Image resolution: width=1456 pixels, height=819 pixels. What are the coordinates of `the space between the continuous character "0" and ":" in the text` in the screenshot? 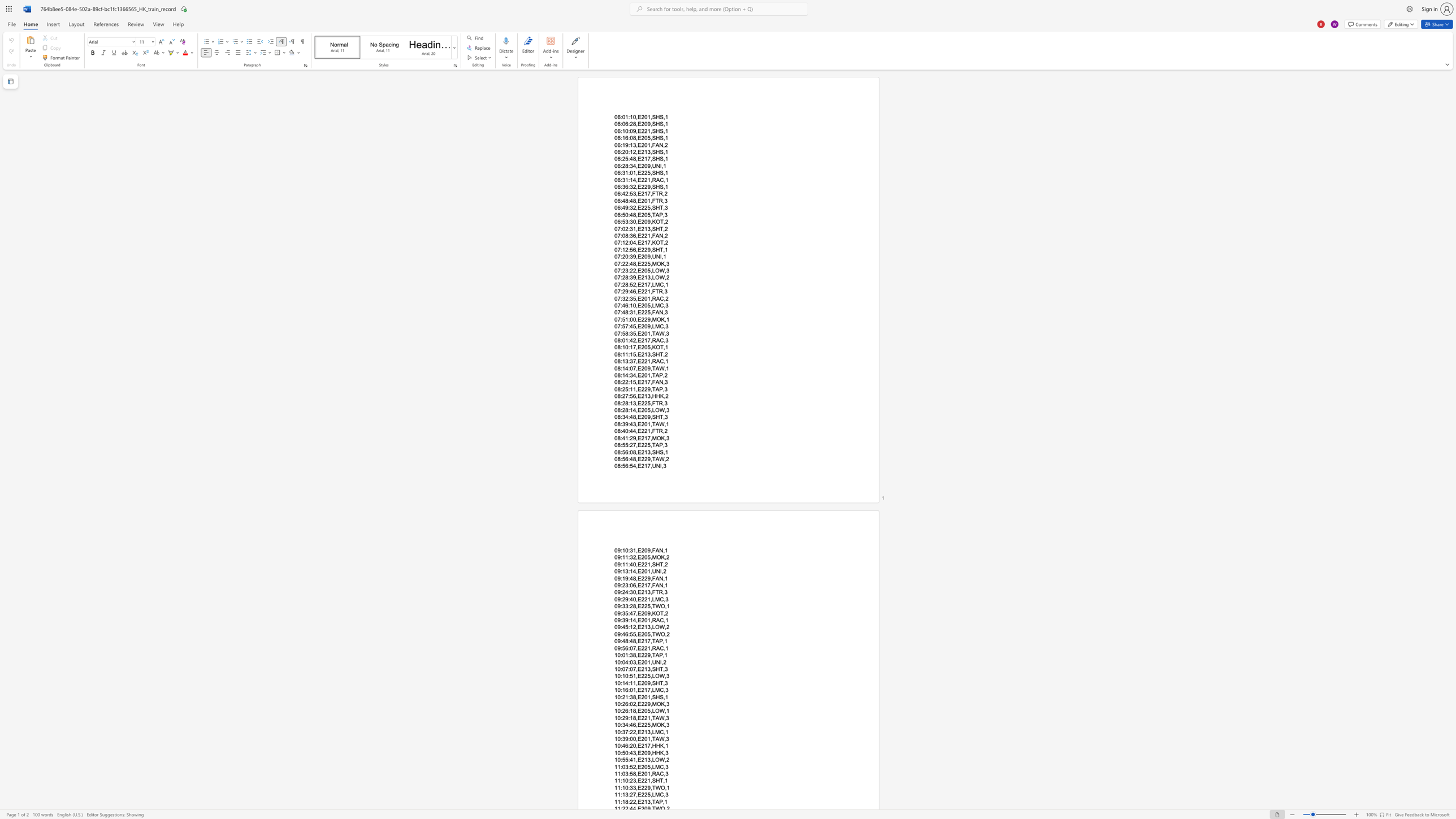 It's located at (619, 731).